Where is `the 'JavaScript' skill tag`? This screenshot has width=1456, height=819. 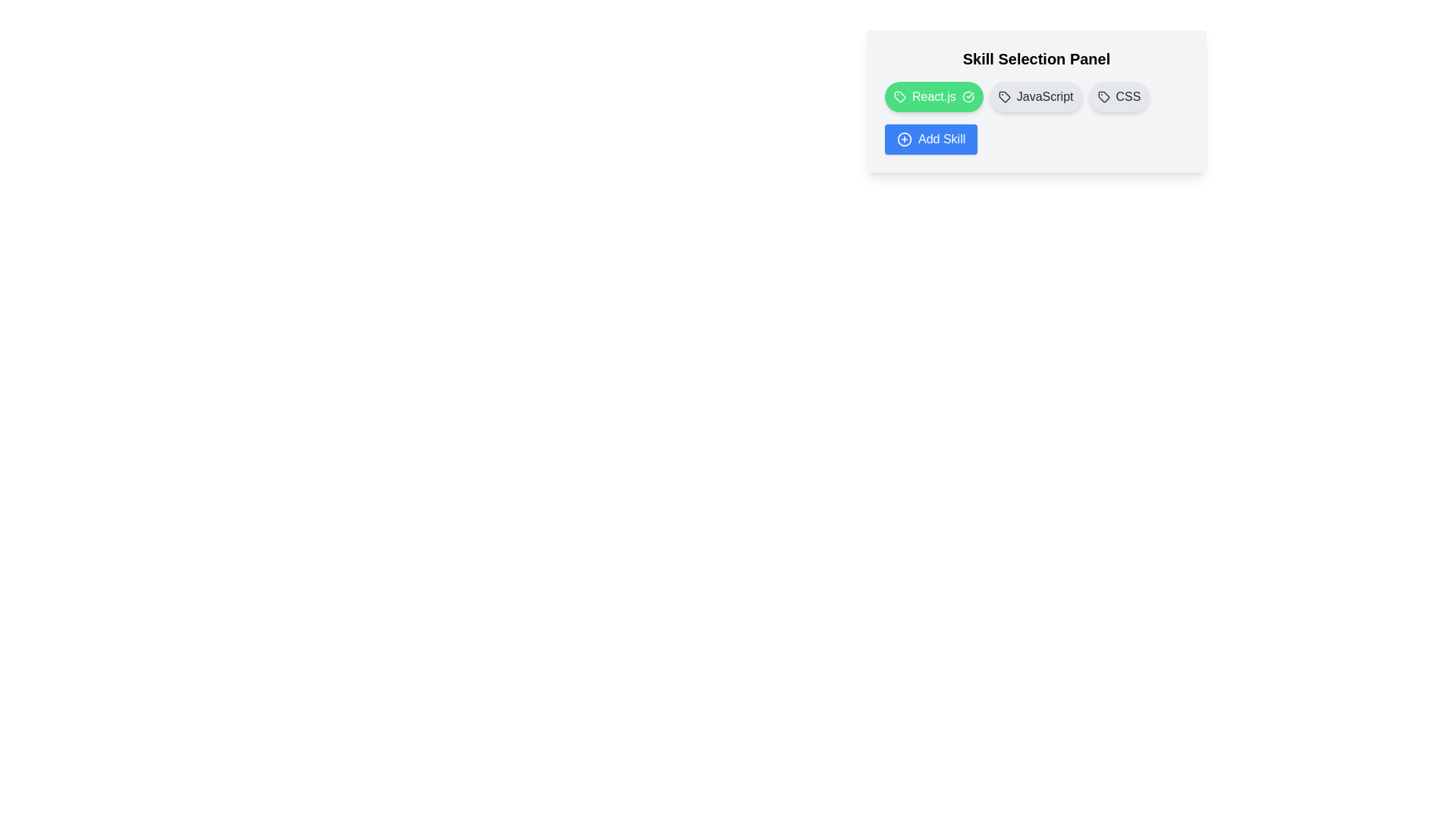
the 'JavaScript' skill tag is located at coordinates (1043, 96).